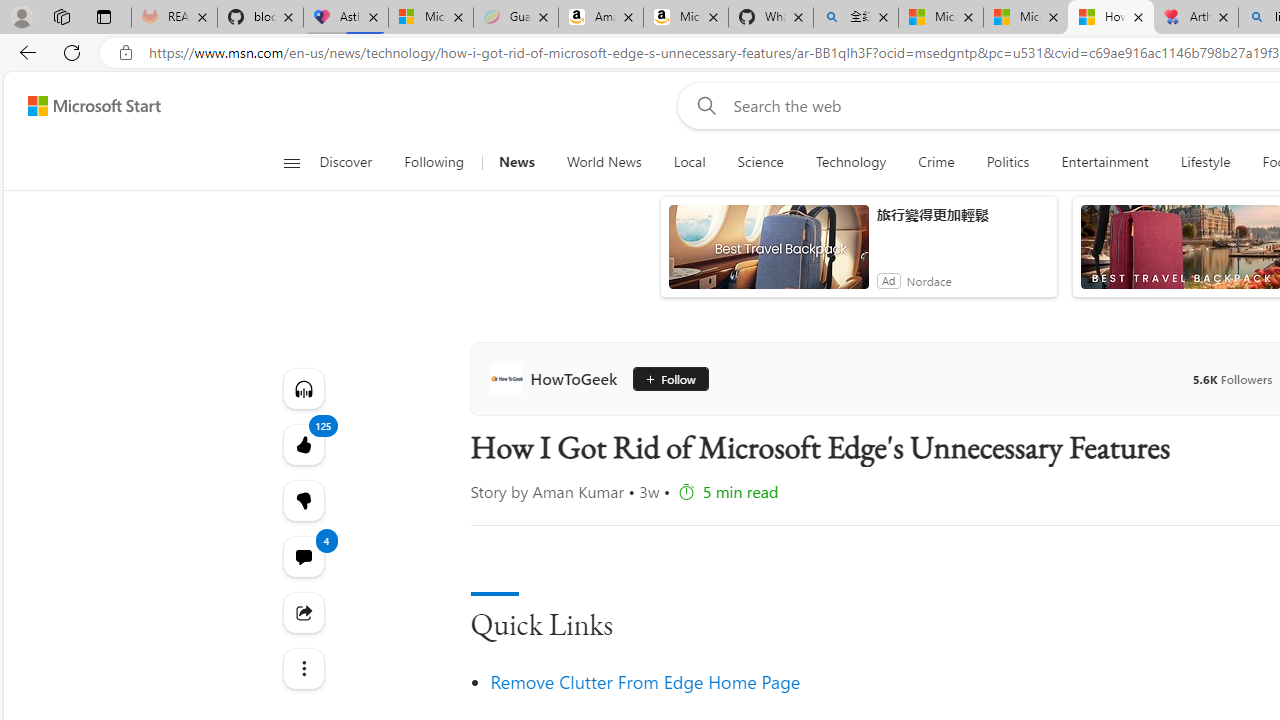  What do you see at coordinates (645, 681) in the screenshot?
I see `'Remove Clutter From Edge Home Page'` at bounding box center [645, 681].